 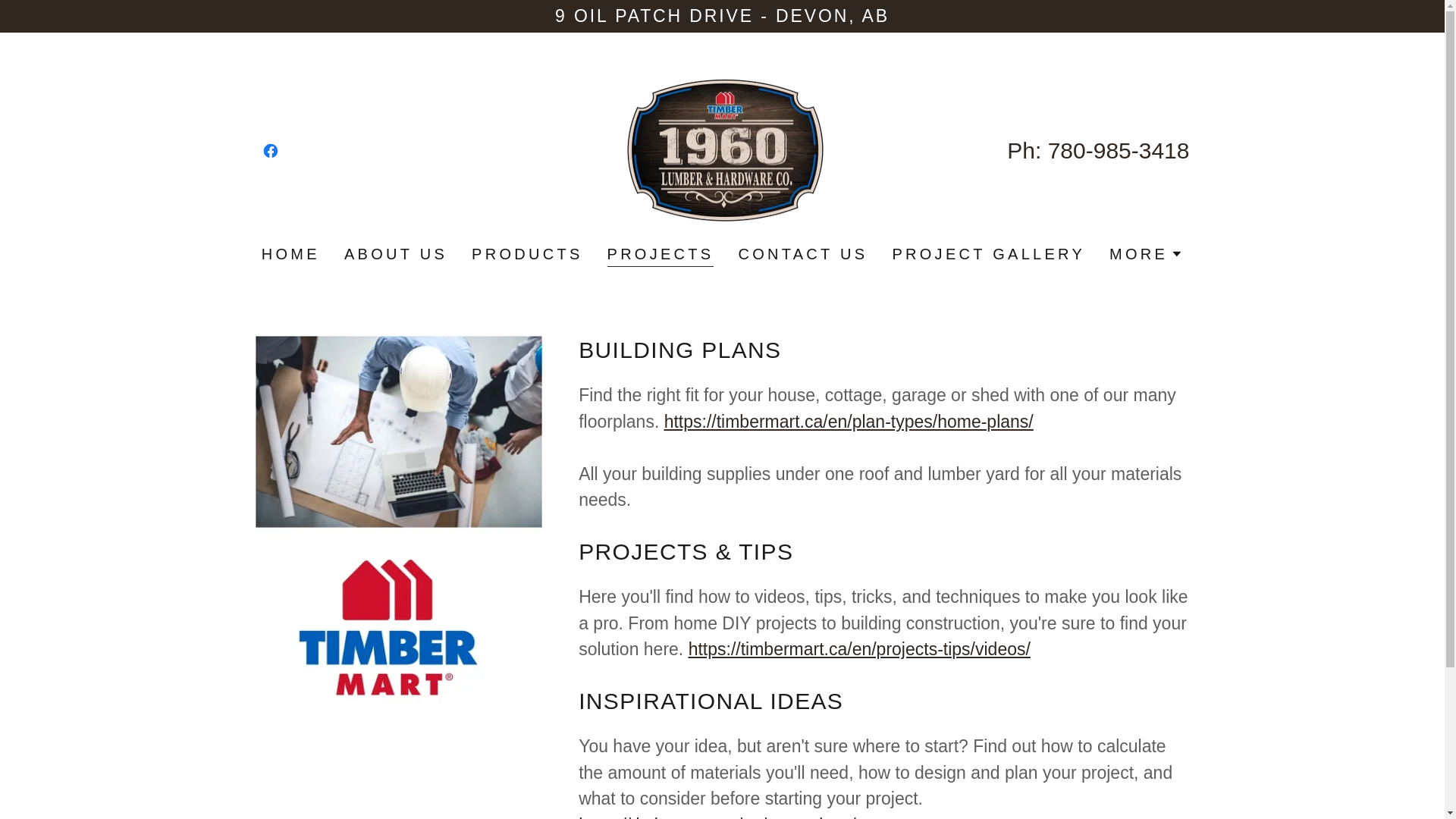 I want to click on 'https://timbermart.ca/en/plan-types/home-plans/', so click(x=848, y=421).